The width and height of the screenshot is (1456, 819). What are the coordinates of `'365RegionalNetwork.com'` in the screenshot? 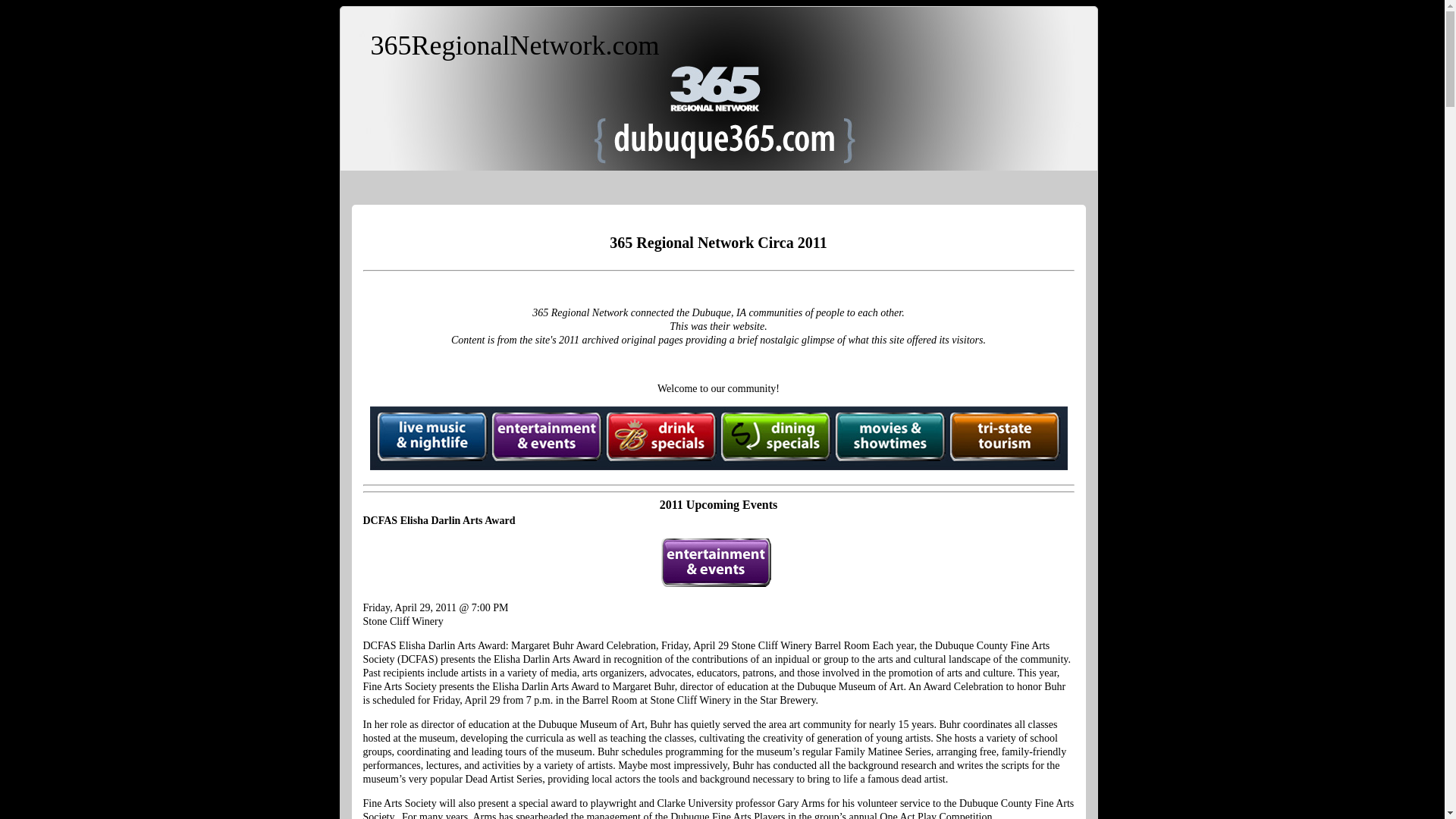 It's located at (514, 45).